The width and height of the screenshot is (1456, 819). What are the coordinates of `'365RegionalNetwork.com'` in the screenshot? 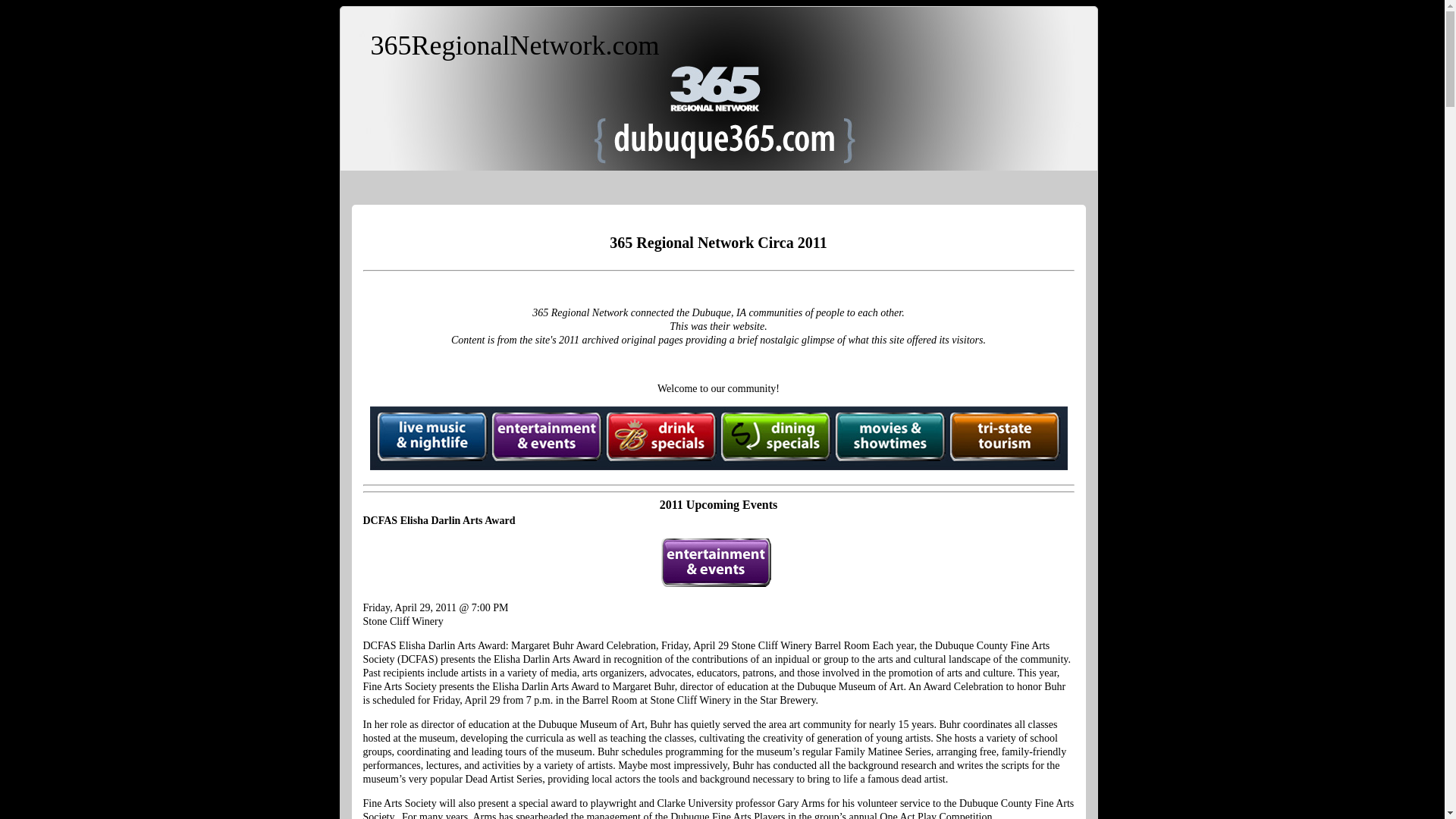 It's located at (514, 45).